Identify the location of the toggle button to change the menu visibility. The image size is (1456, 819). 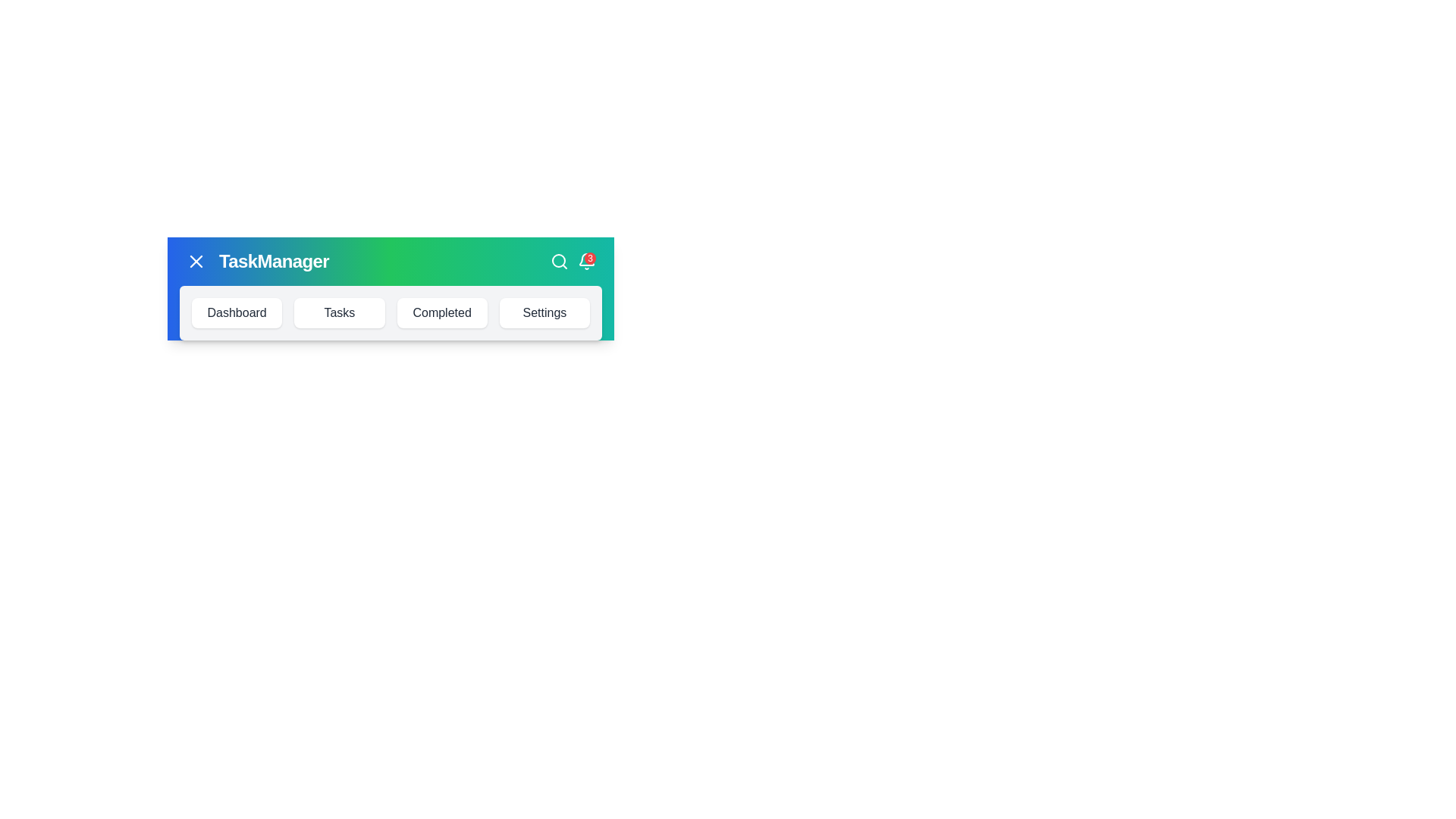
(196, 260).